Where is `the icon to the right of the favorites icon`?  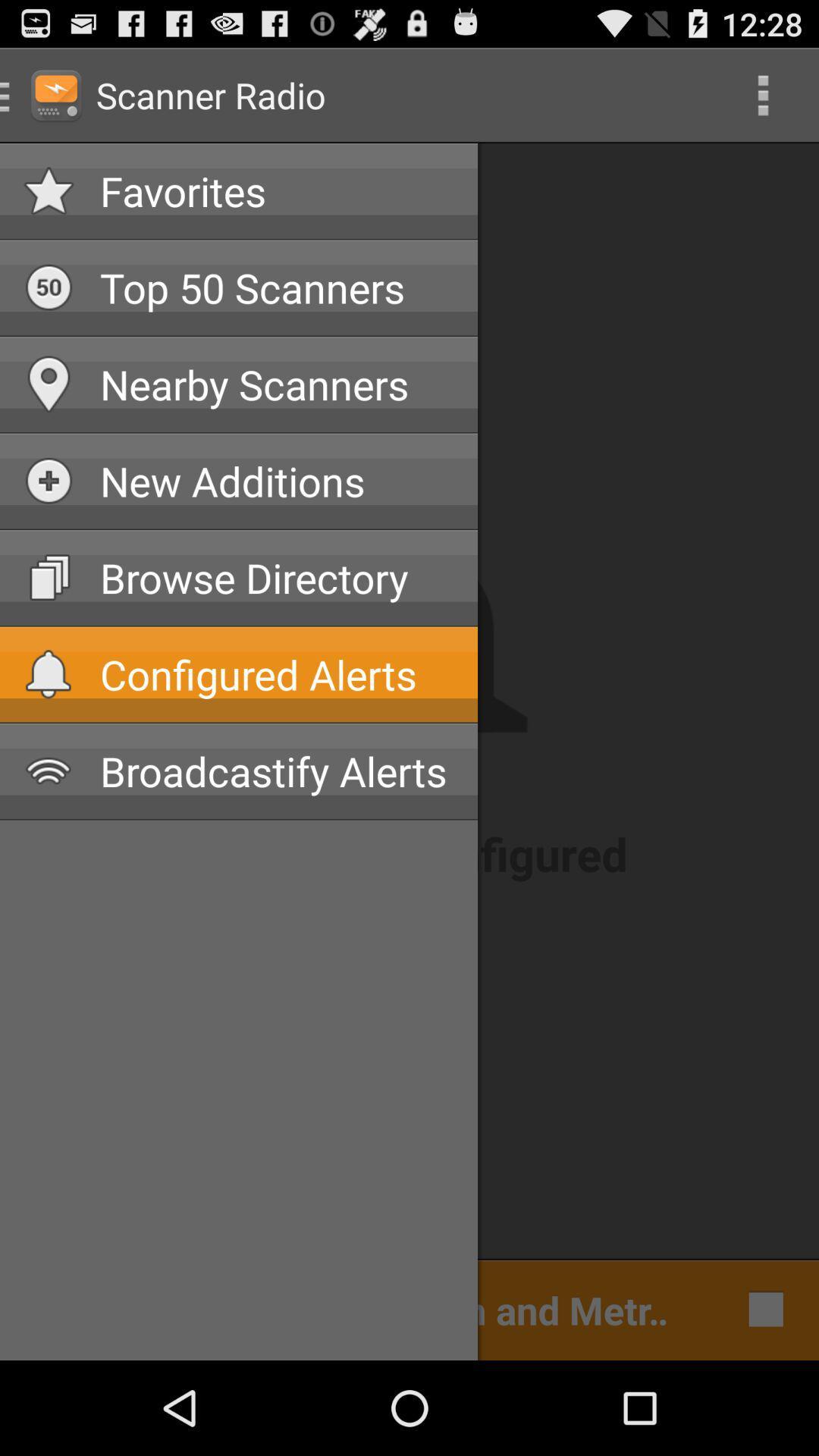
the icon to the right of the favorites icon is located at coordinates (763, 94).